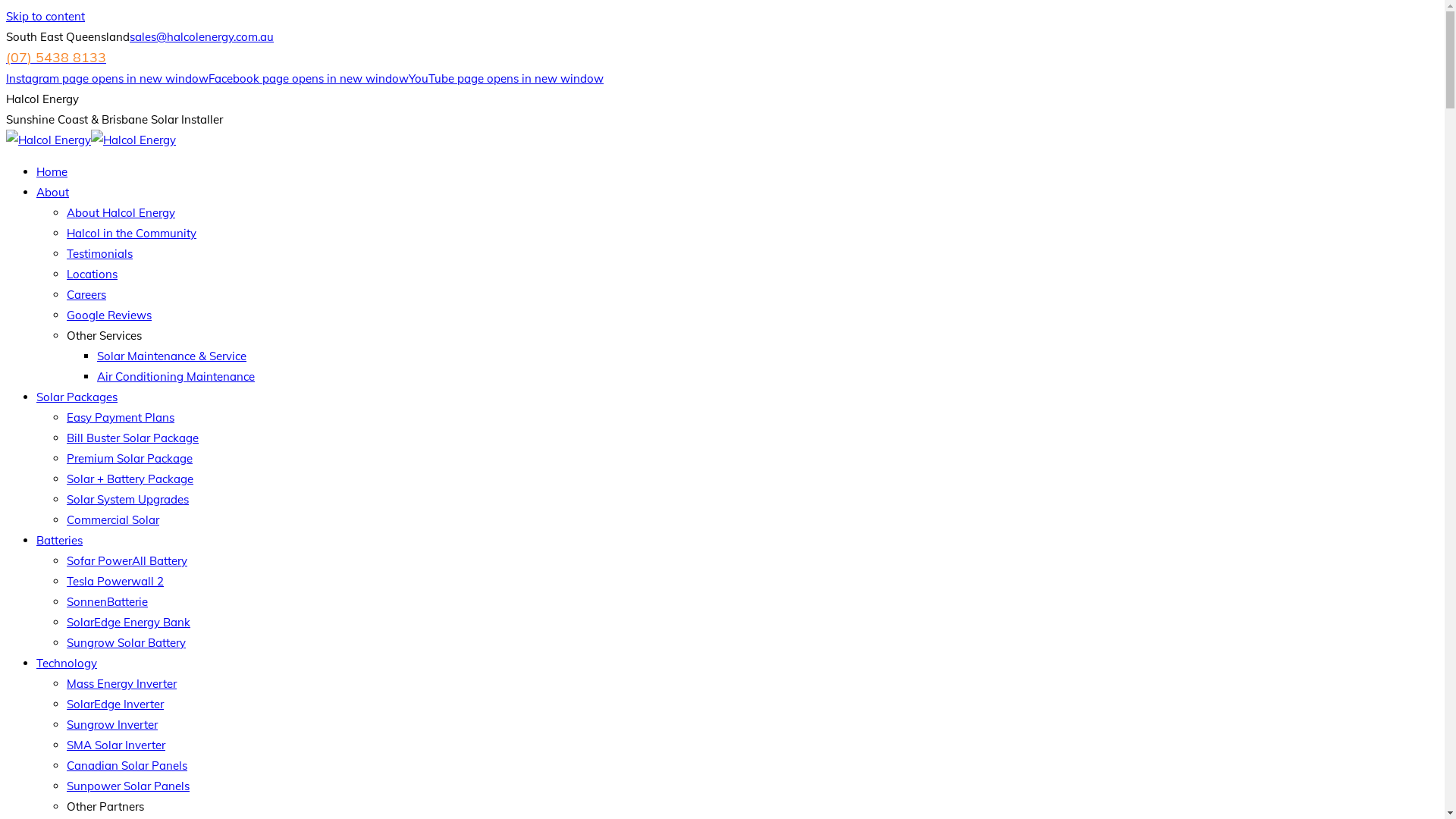 Image resolution: width=1456 pixels, height=819 pixels. Describe the element at coordinates (106, 78) in the screenshot. I see `'Instagram page opens in new window'` at that location.